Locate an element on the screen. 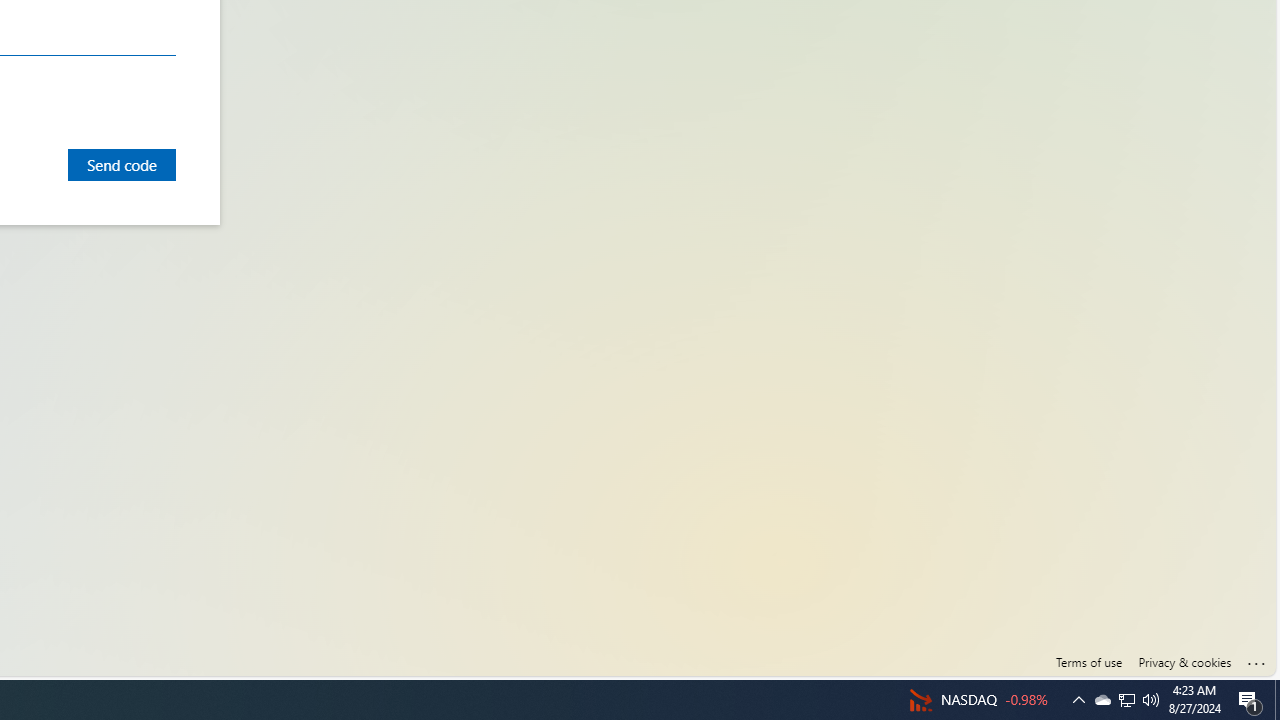 The width and height of the screenshot is (1280, 720). 'Click here for troubleshooting information' is located at coordinates (1256, 659).